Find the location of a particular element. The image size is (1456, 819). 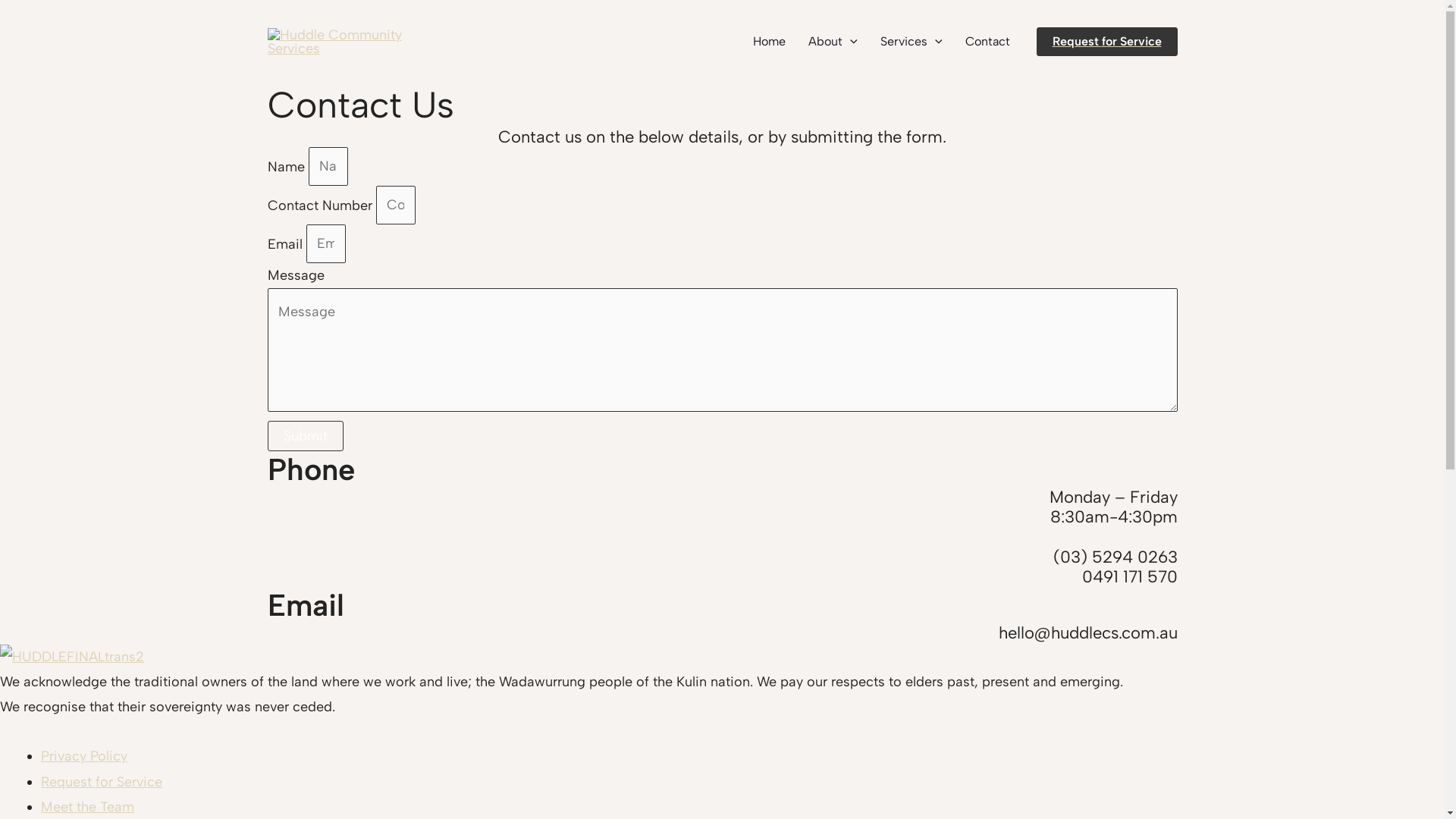

'About' is located at coordinates (832, 40).